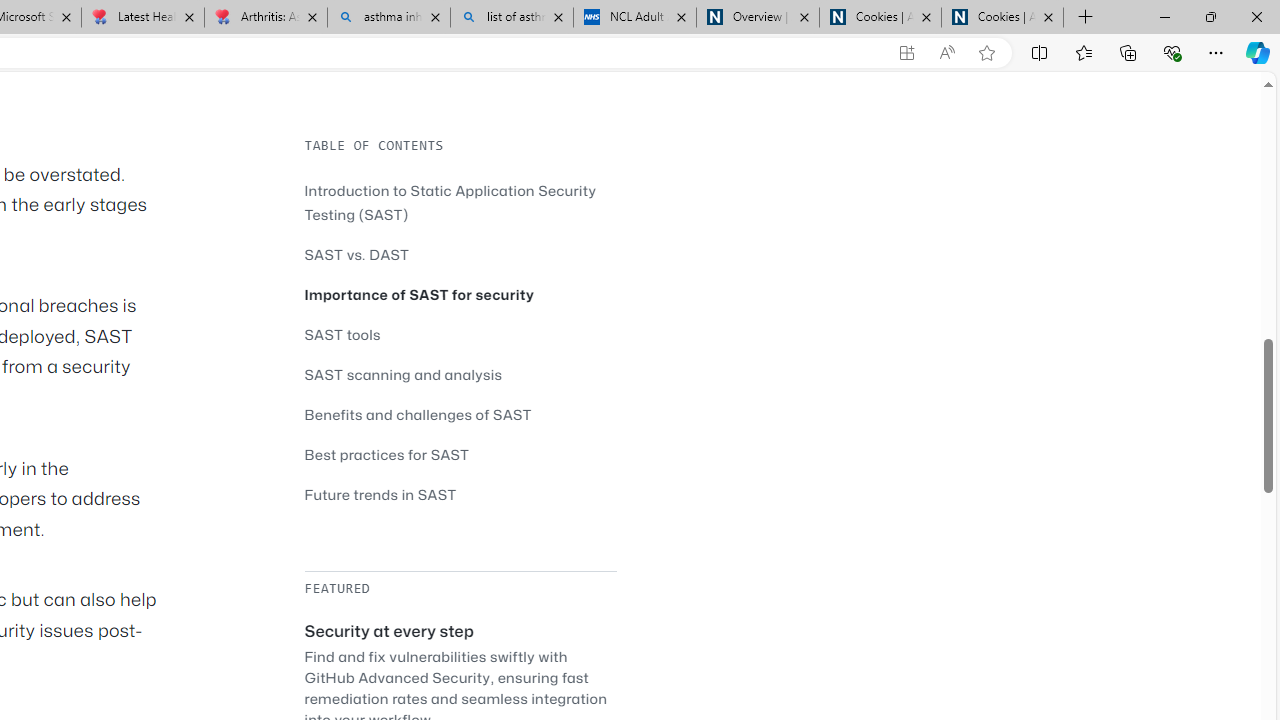 Image resolution: width=1280 pixels, height=720 pixels. I want to click on 'SAST scanning and analysis', so click(402, 374).